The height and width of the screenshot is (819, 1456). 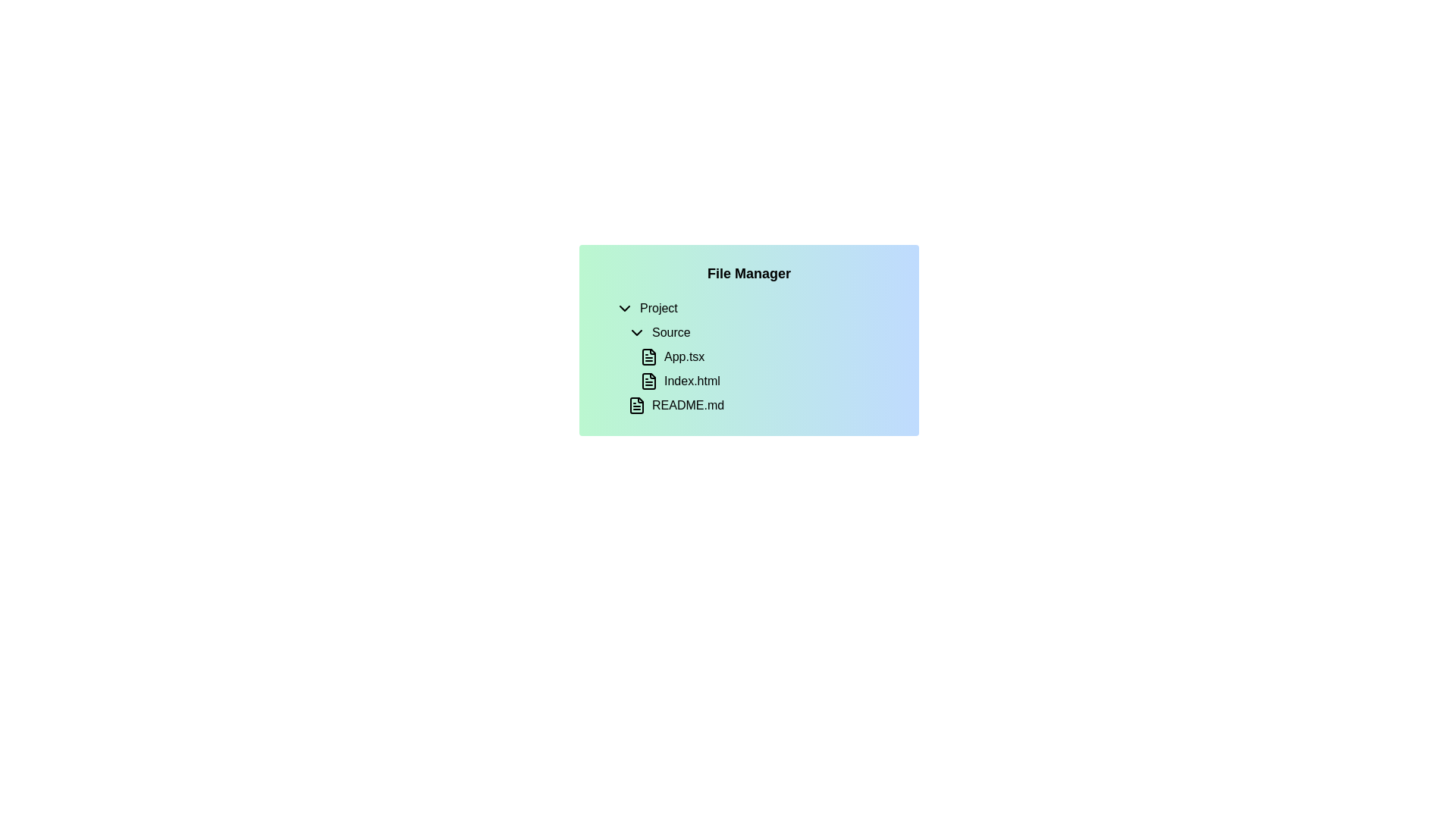 I want to click on text of the Heading that serves as a title for the file management section, located at the center top of the section with a gradient-filled background, so click(x=749, y=274).